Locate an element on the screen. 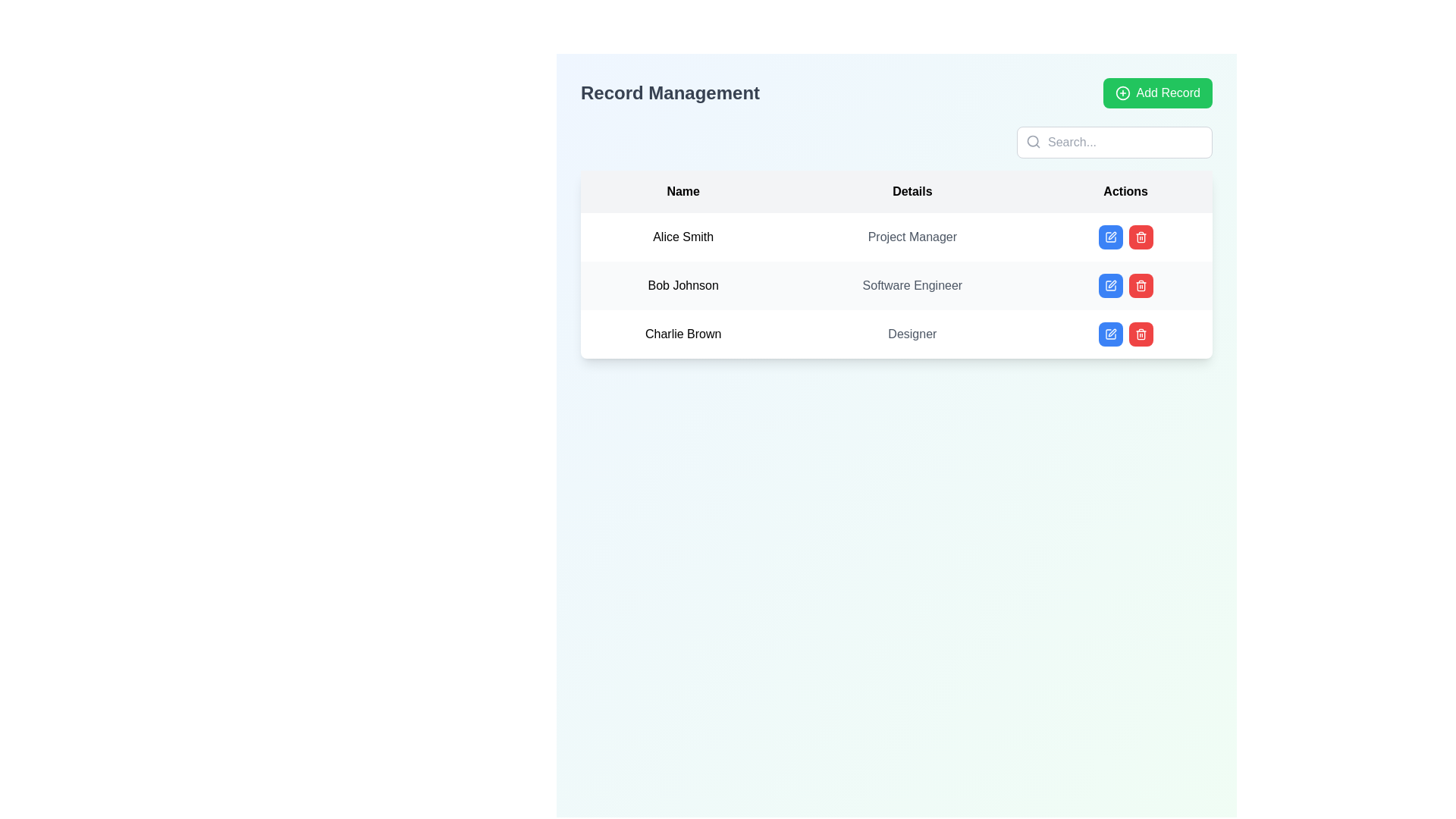 The image size is (1456, 819). the 'Add Record' button, which contains the visual indicator icon for adding a new record, located in the top-right corner of the interface is located at coordinates (1122, 93).